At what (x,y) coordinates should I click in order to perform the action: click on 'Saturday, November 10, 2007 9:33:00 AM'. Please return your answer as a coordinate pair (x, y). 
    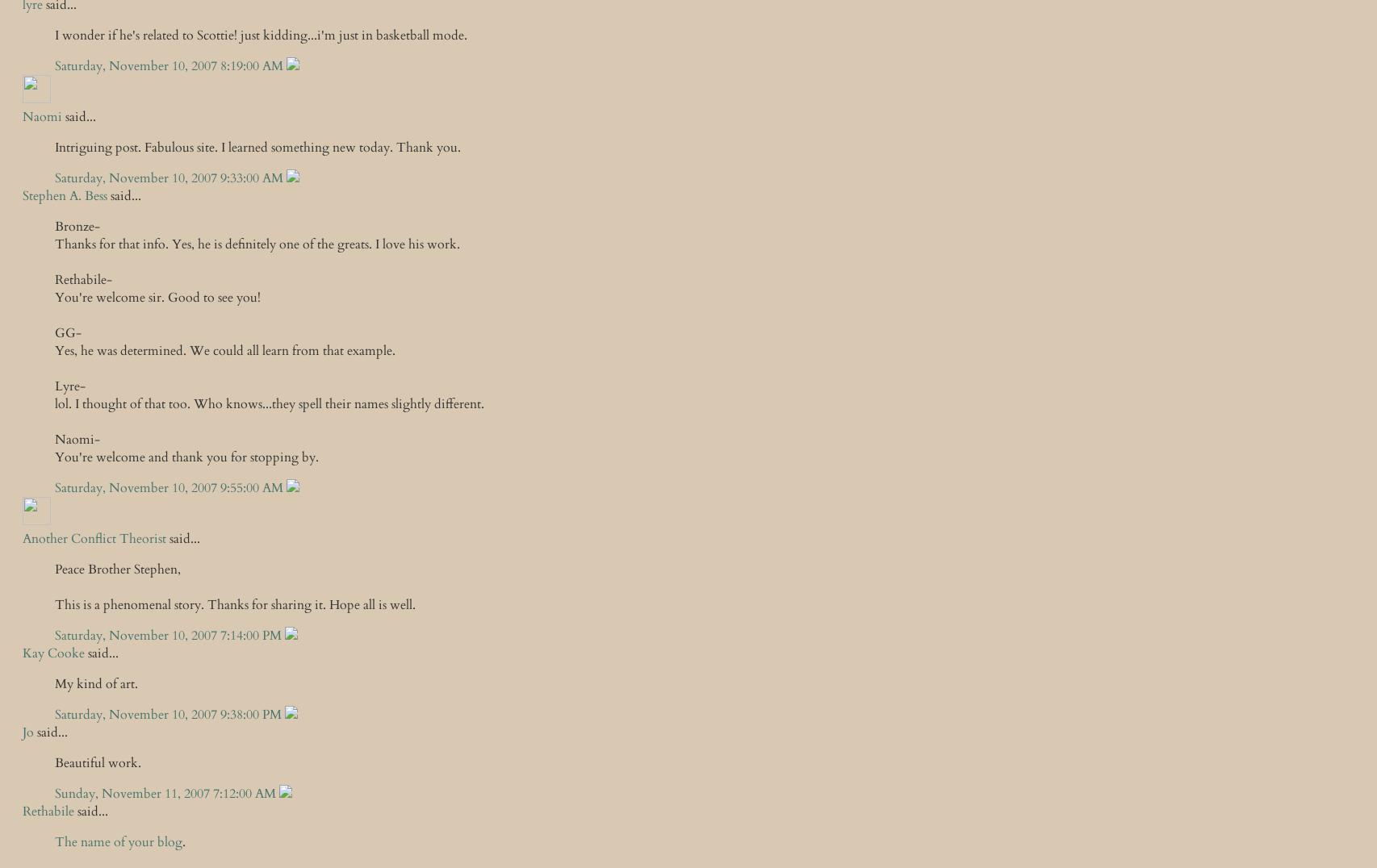
    Looking at the image, I should click on (170, 177).